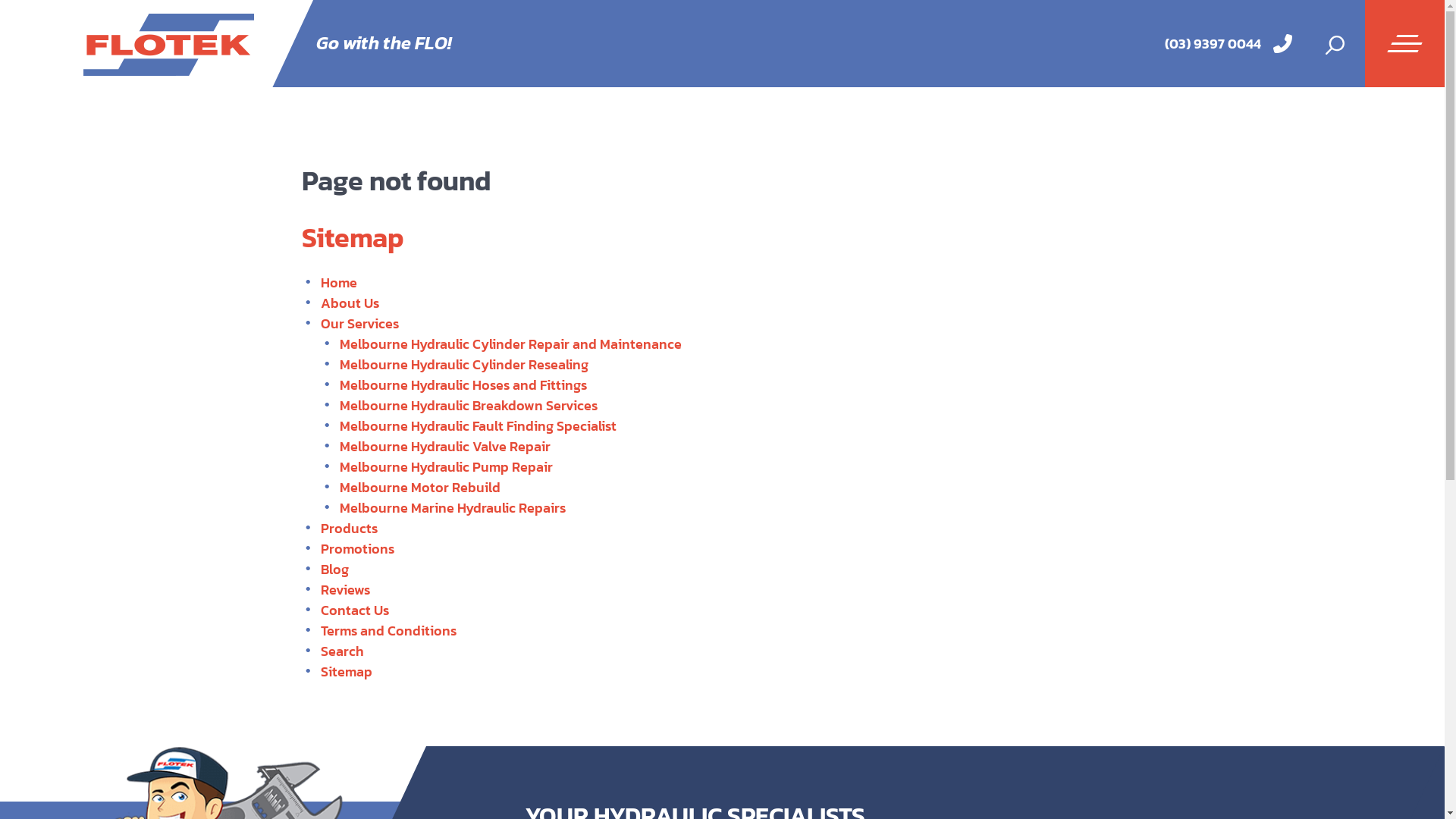  I want to click on 'Products', so click(347, 527).